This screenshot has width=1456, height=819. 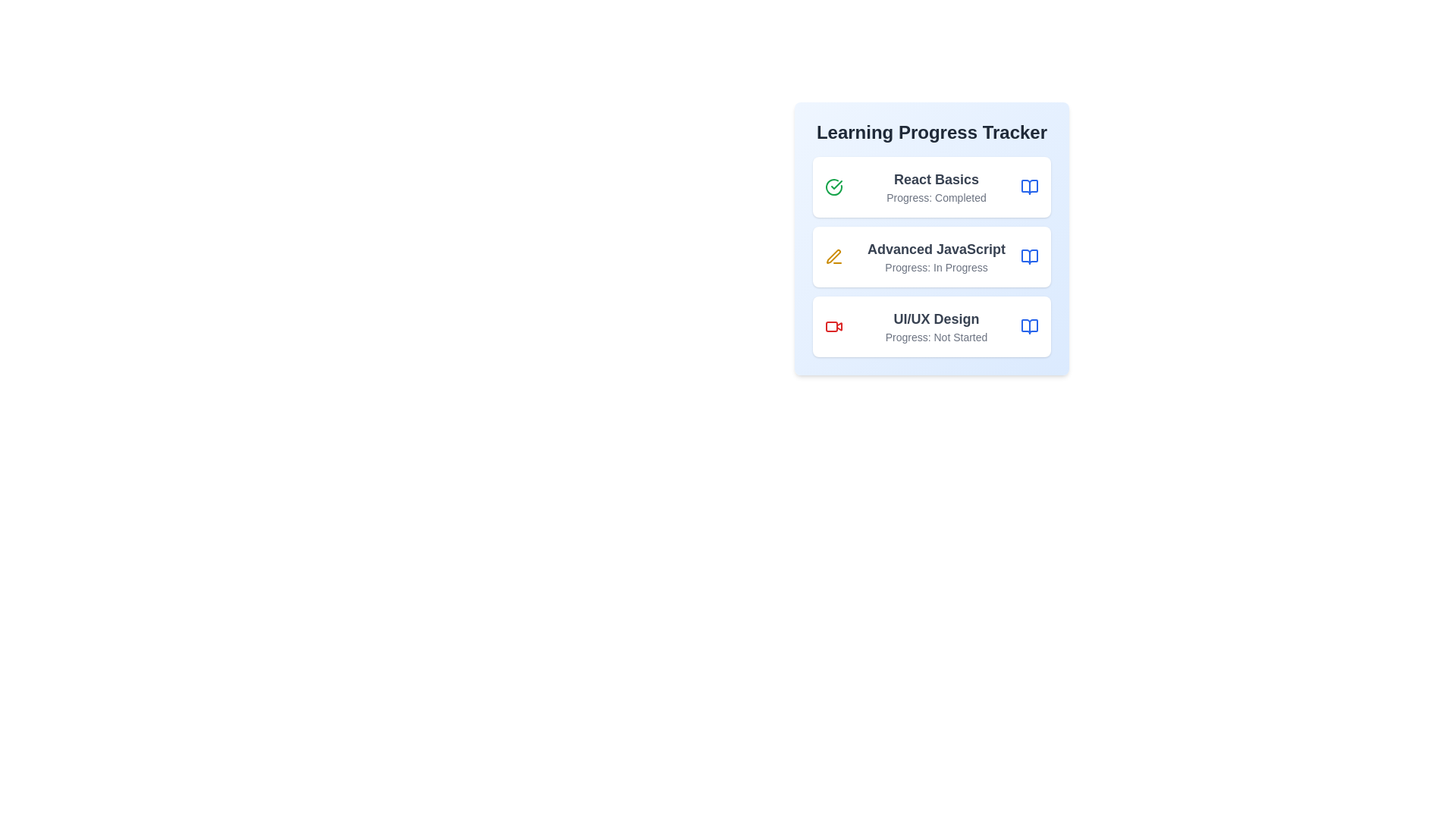 I want to click on the book icon for the course Advanced JavaScript to explore its resources, so click(x=1030, y=256).